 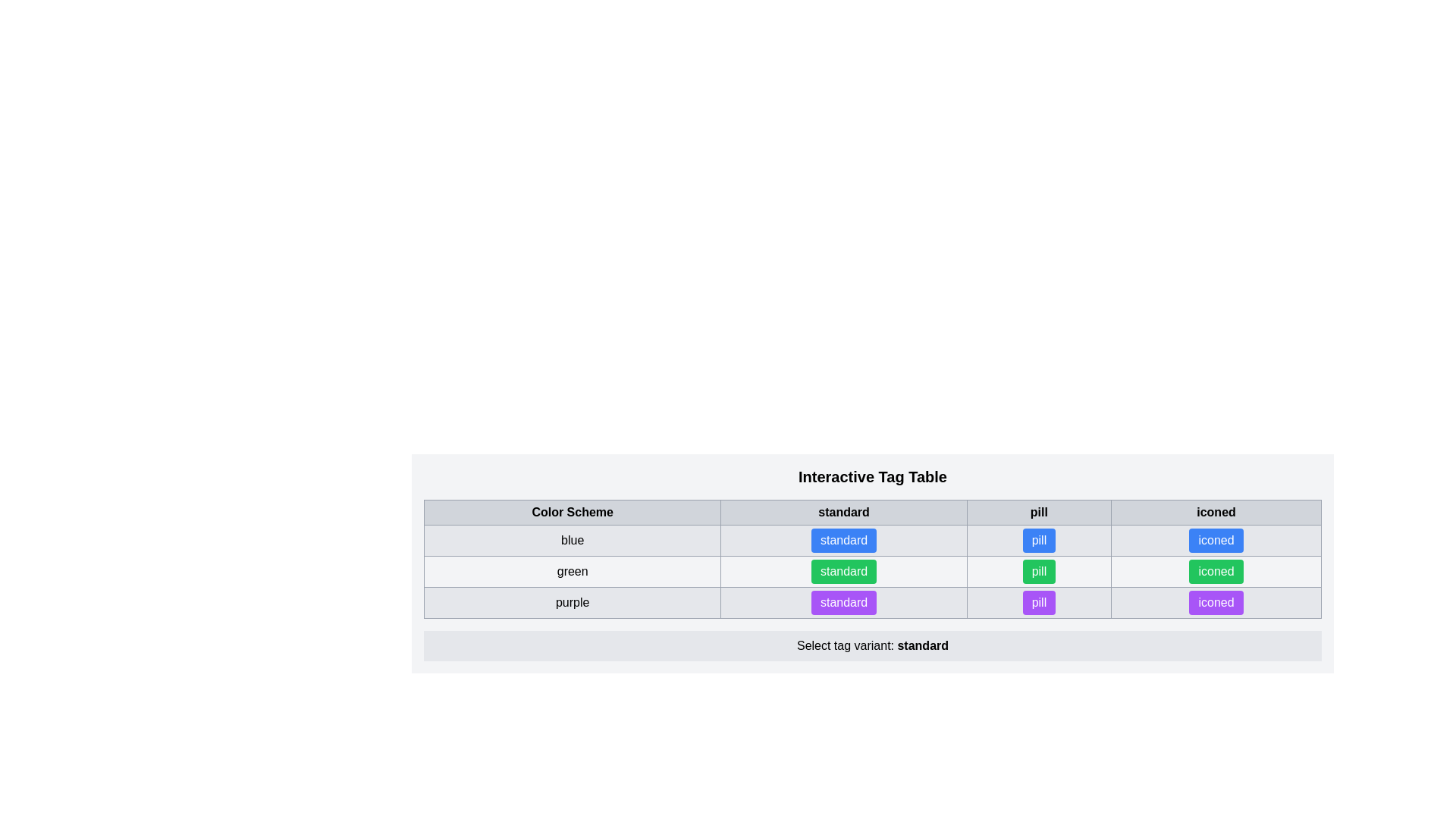 I want to click on the green button with rounded corners labeled 'iconed', so click(x=1216, y=571).